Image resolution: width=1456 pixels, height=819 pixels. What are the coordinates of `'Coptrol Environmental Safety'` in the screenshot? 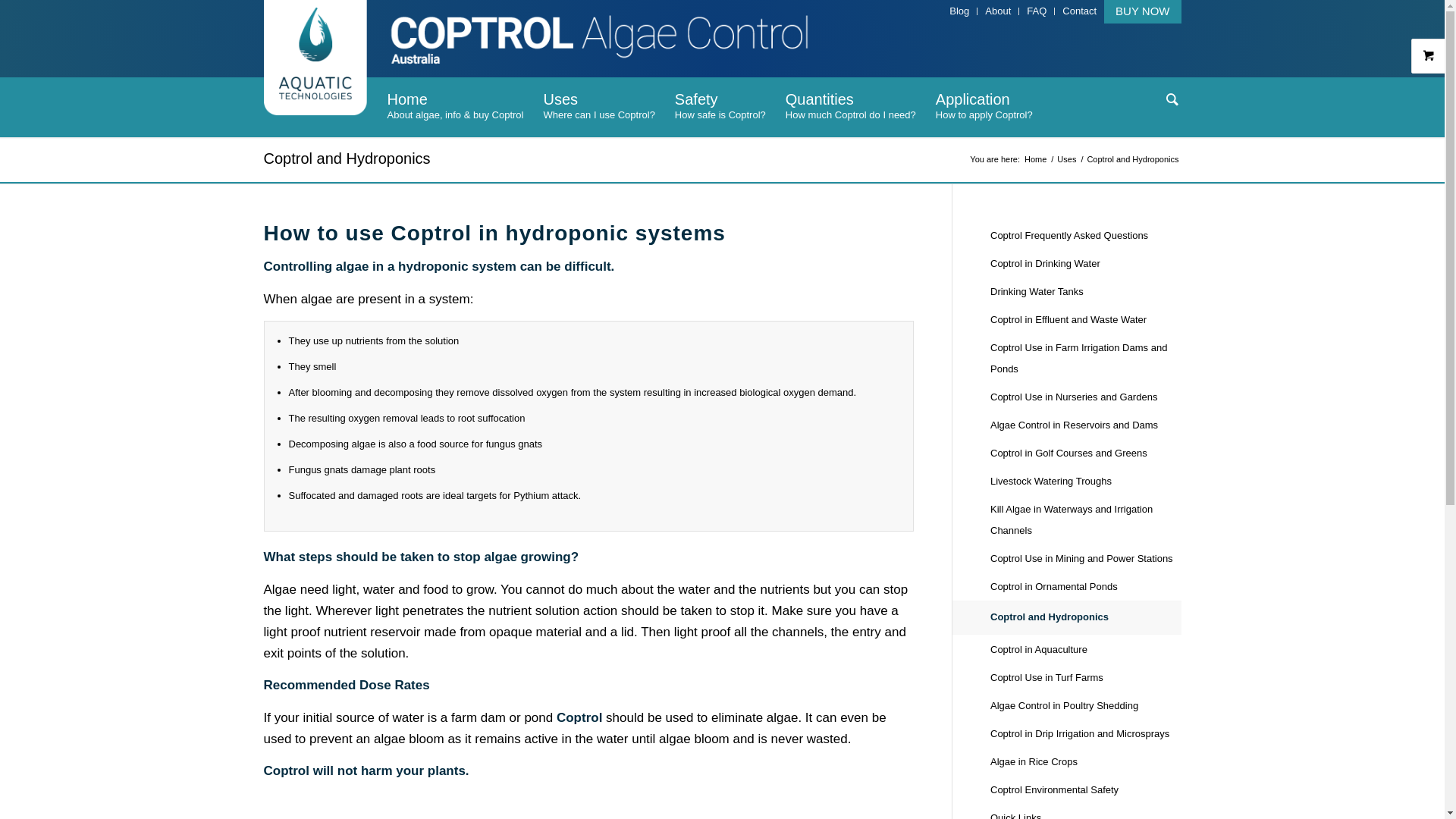 It's located at (1084, 789).